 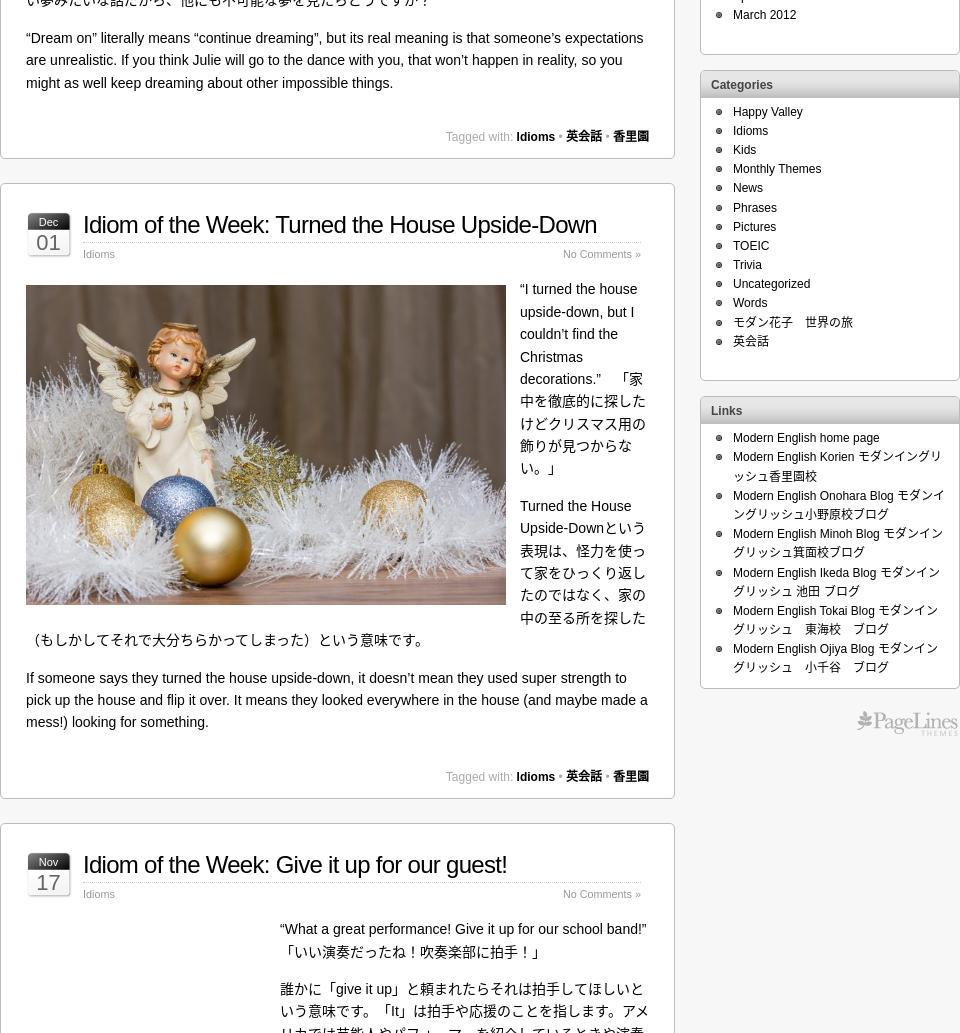 I want to click on 'Modern English Minoh Blog モダンイングリッシュ箕面校ブログ', so click(x=837, y=542).